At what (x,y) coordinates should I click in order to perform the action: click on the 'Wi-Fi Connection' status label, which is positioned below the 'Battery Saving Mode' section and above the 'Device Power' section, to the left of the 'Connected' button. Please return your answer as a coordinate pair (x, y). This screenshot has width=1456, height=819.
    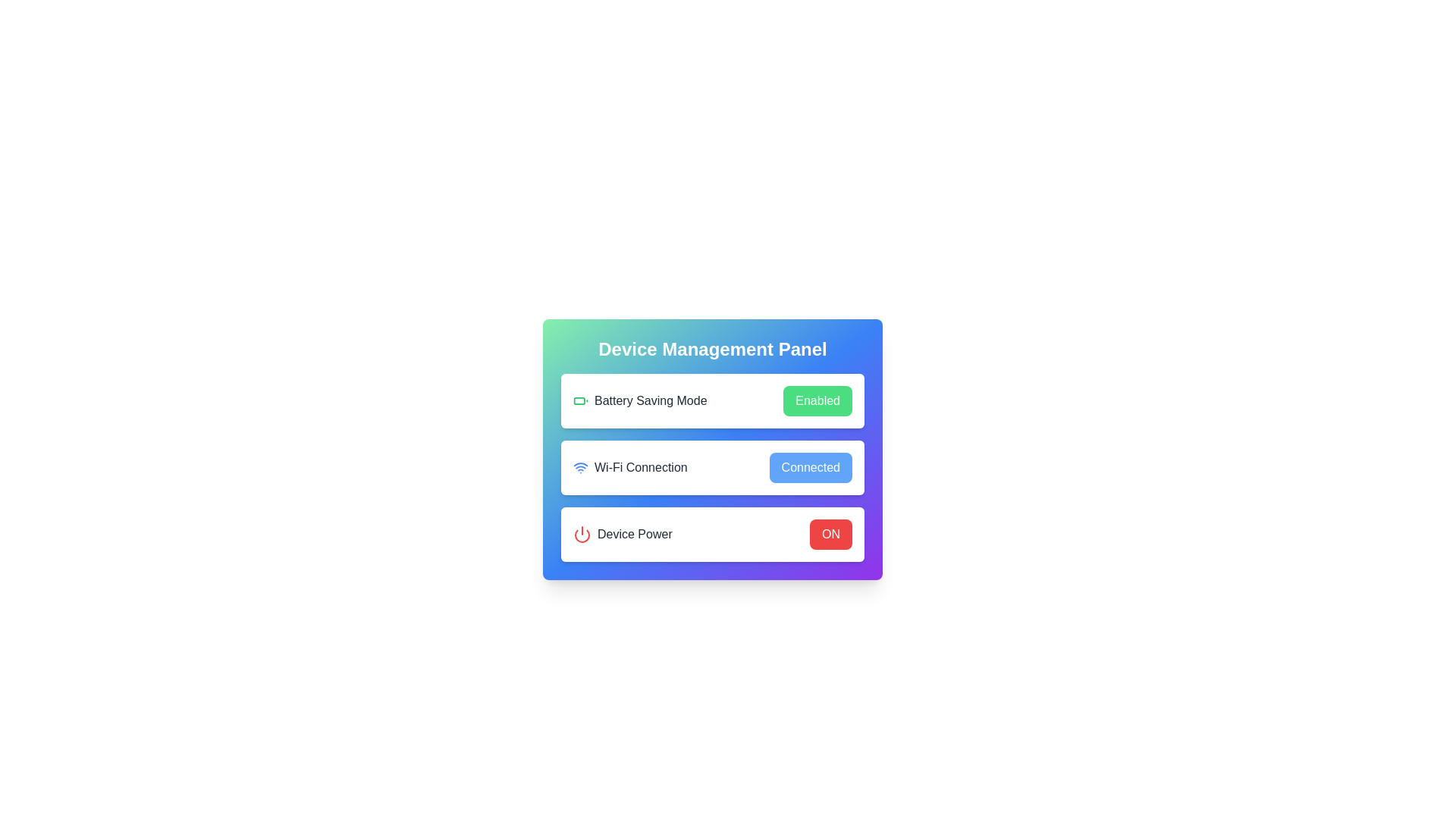
    Looking at the image, I should click on (630, 467).